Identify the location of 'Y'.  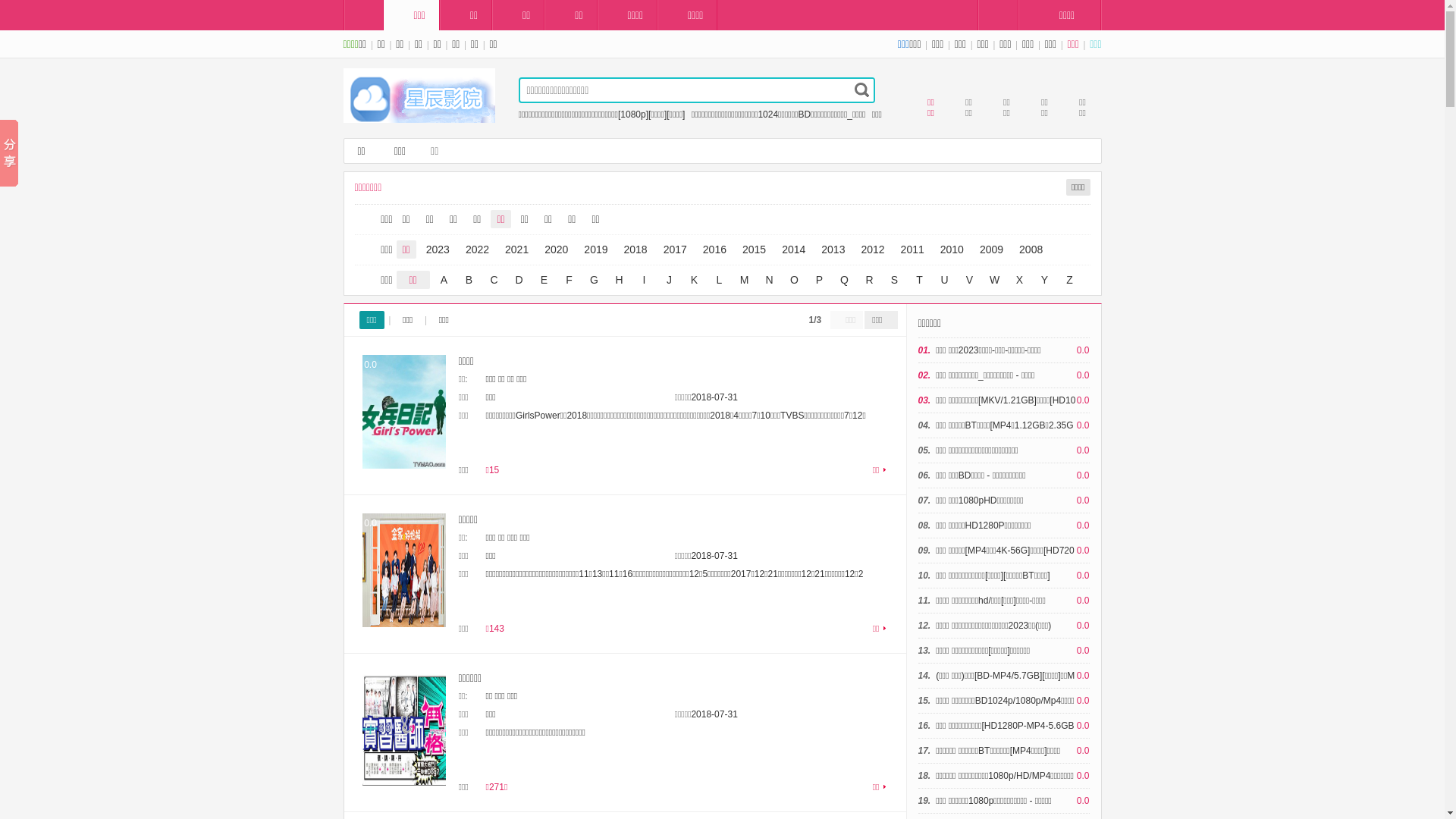
(1033, 280).